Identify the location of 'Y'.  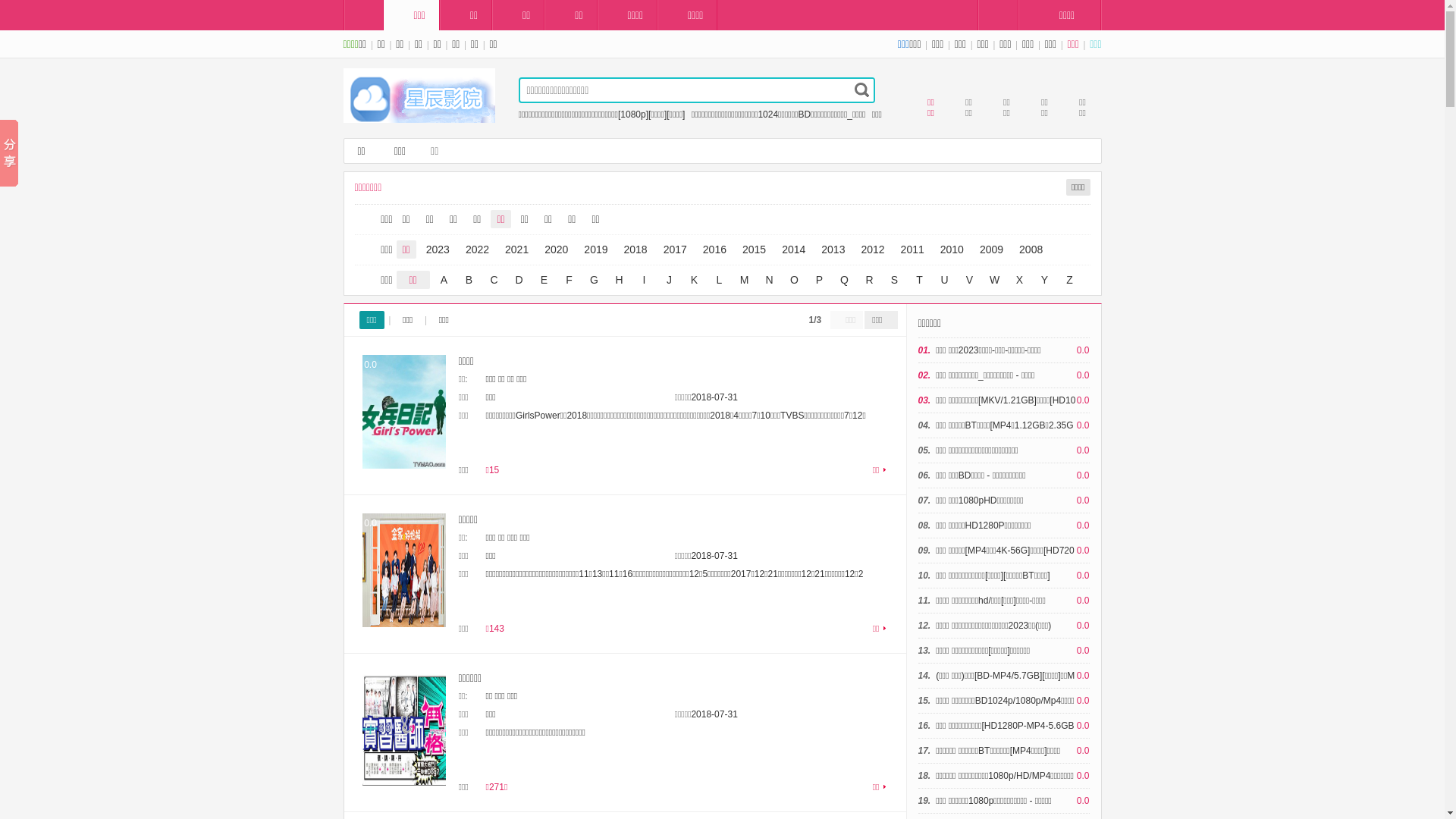
(1033, 280).